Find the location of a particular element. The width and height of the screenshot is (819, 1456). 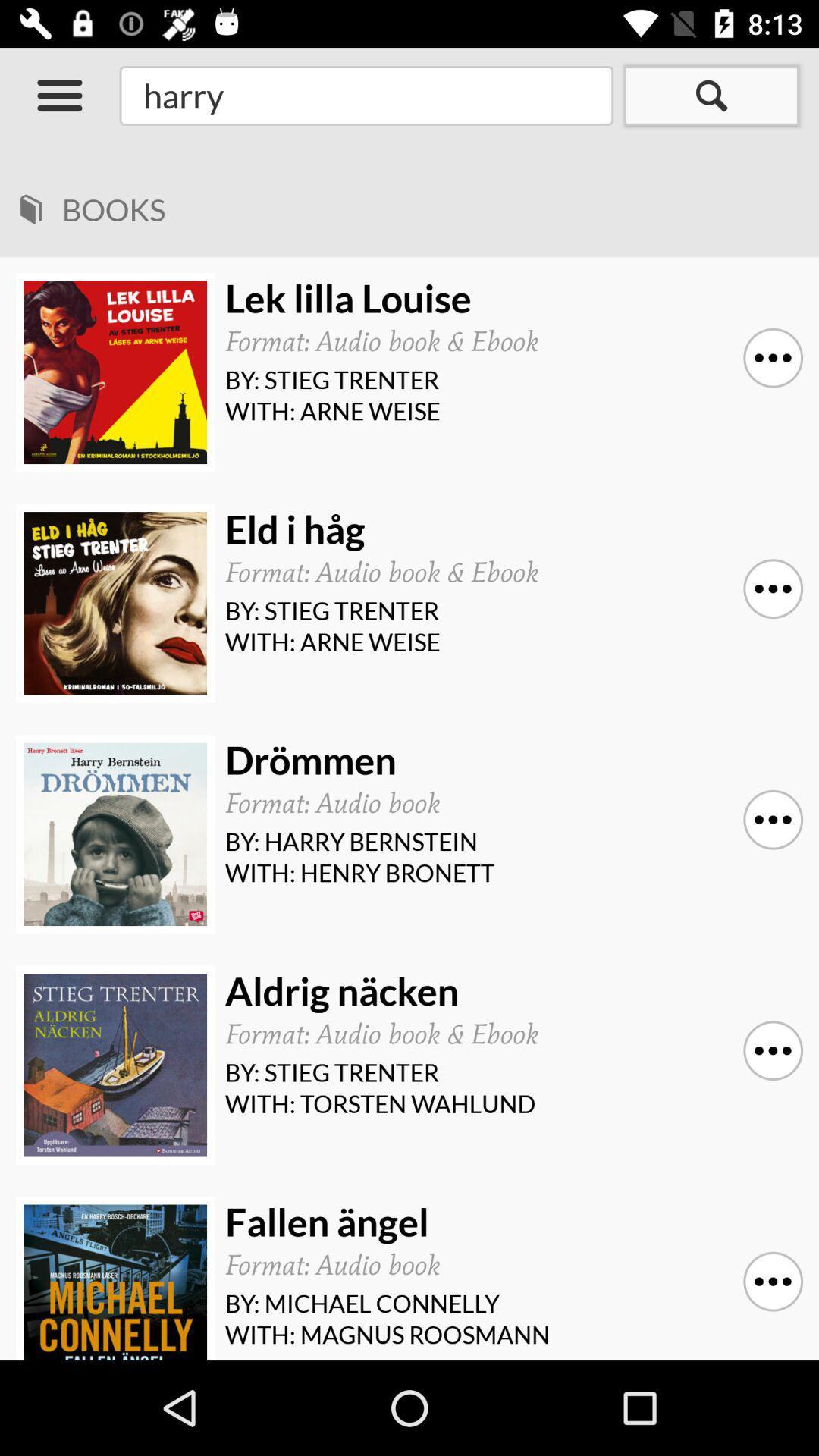

icon above the format: audio book item is located at coordinates (509, 1222).